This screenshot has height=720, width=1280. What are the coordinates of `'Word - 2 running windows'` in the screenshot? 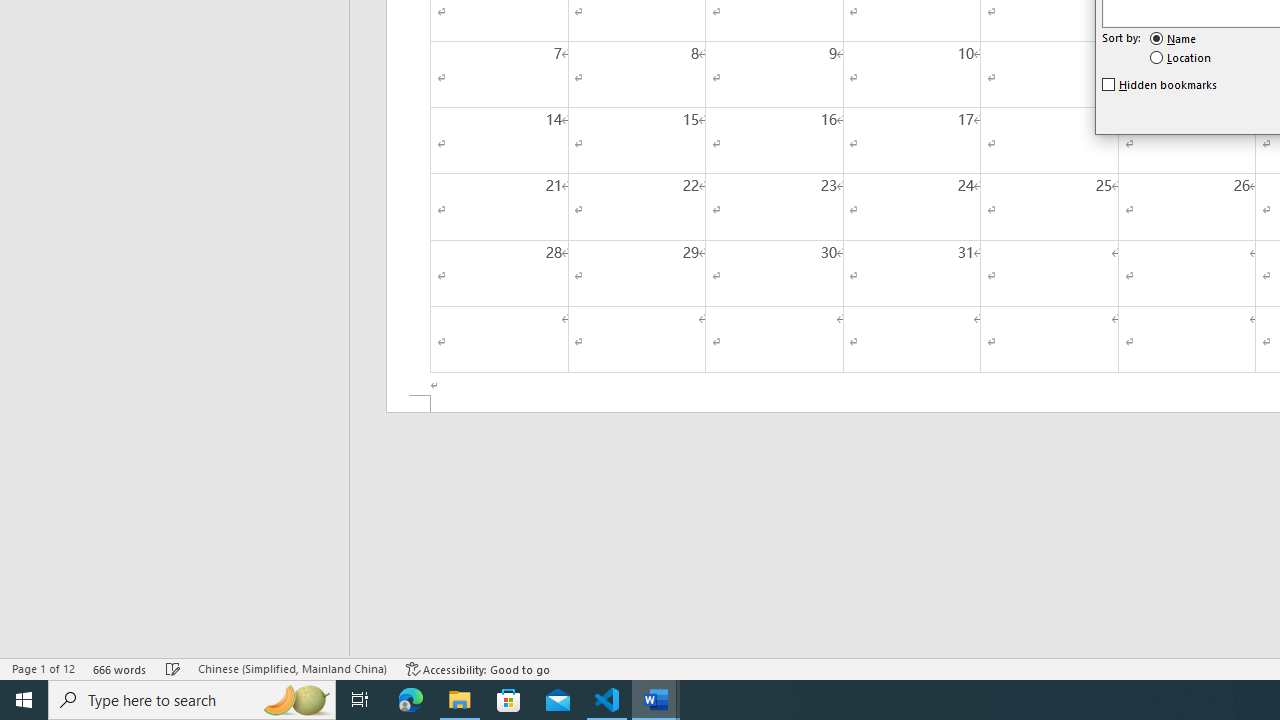 It's located at (656, 698).